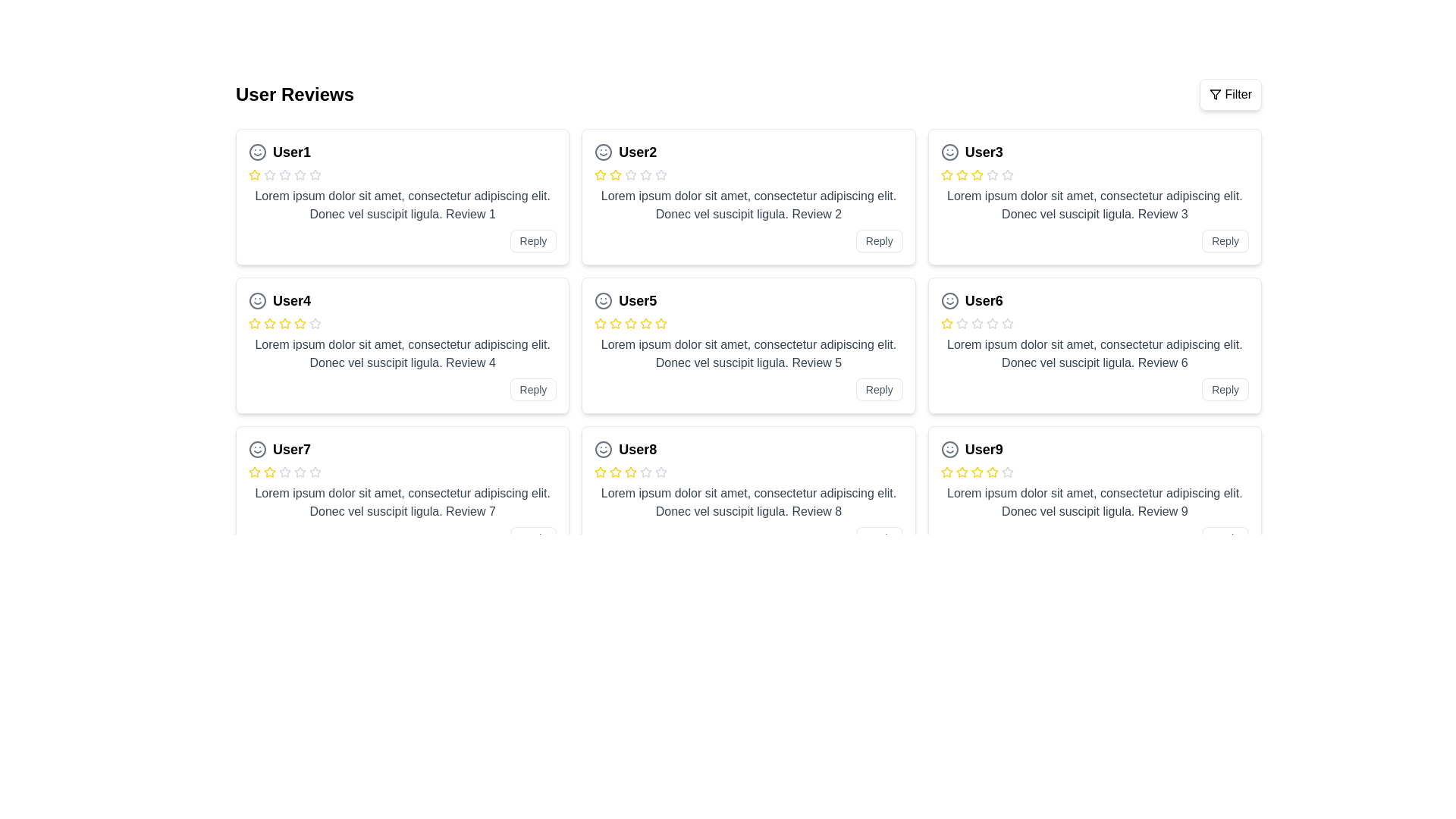 Image resolution: width=1456 pixels, height=819 pixels. I want to click on the second star icon for rating in the five-star rating system for 'User7' located in the bottom-left card, so click(284, 471).